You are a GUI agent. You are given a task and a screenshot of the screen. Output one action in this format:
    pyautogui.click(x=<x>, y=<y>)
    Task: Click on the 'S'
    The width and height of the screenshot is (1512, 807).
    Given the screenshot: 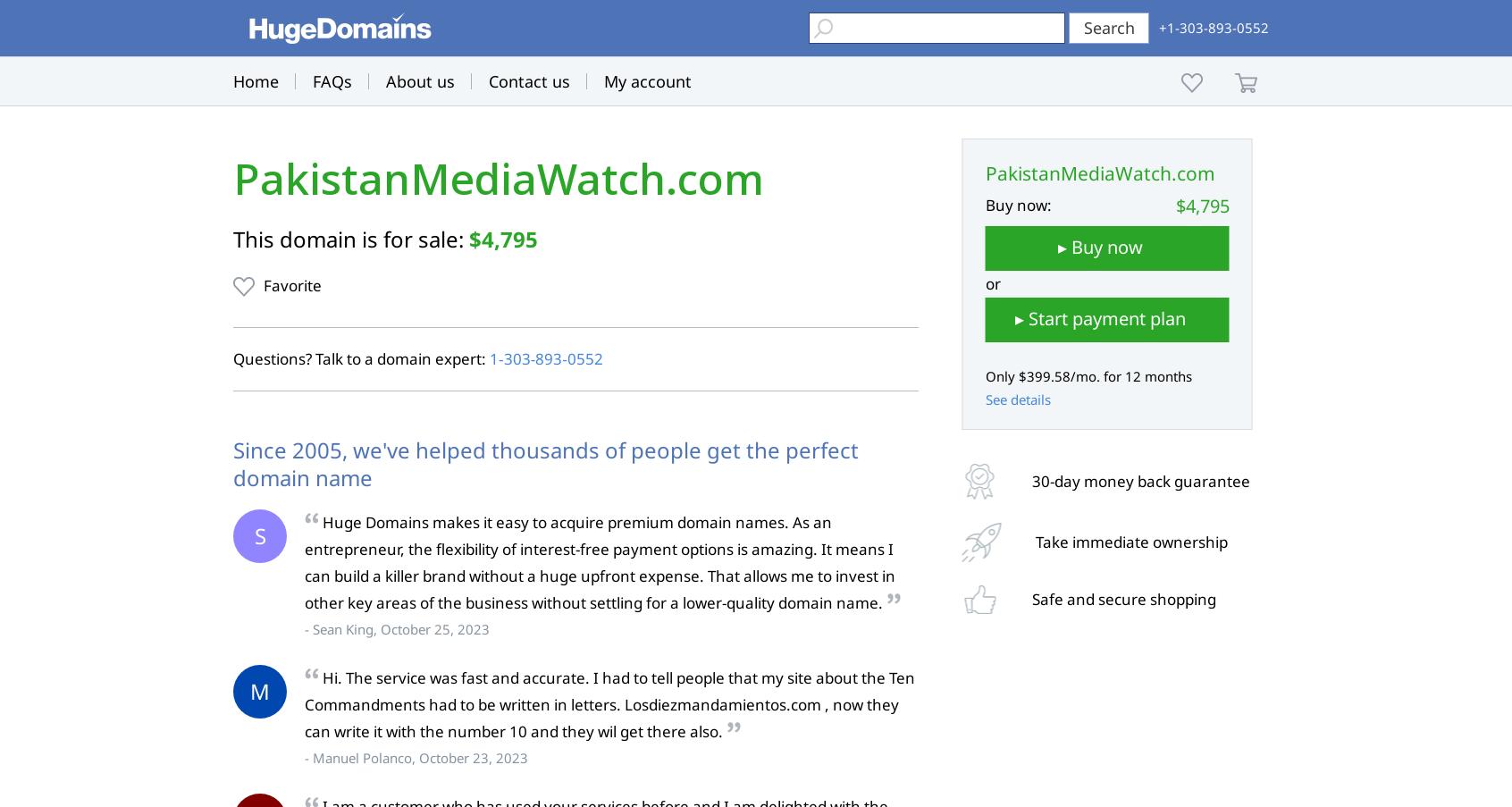 What is the action you would take?
    pyautogui.click(x=252, y=535)
    